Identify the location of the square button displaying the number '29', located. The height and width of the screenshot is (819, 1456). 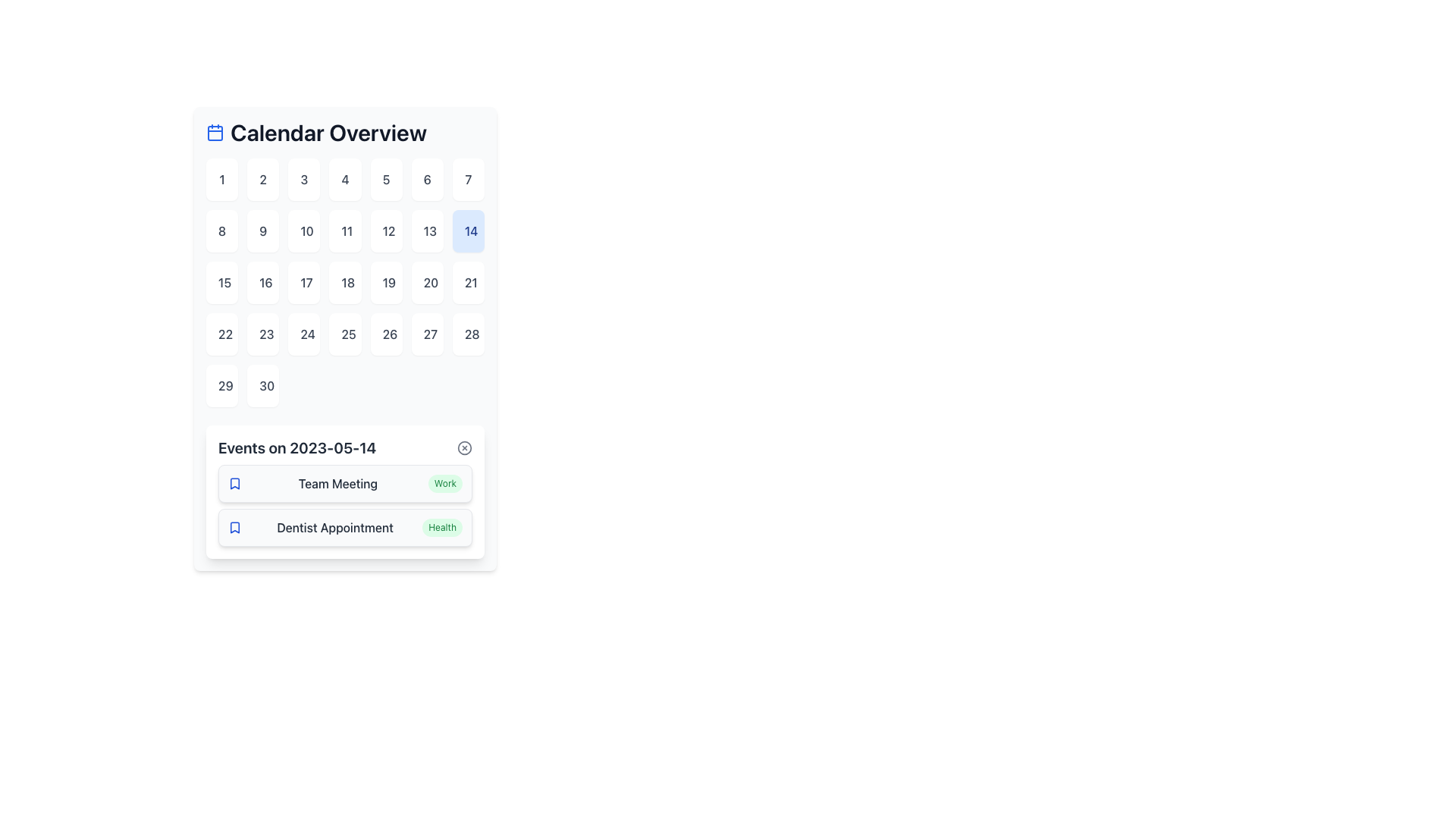
(221, 385).